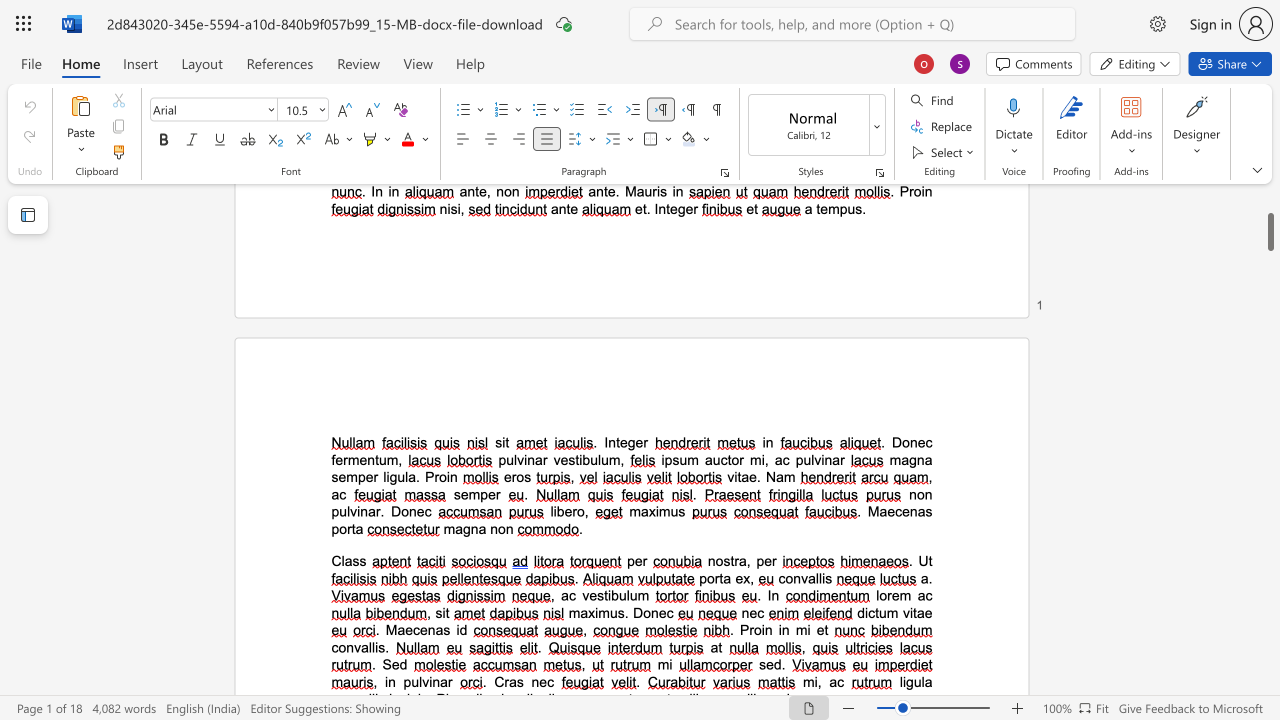 This screenshot has width=1280, height=720. What do you see at coordinates (805, 630) in the screenshot?
I see `the space between the continuous character "m" and "i" in the text` at bounding box center [805, 630].